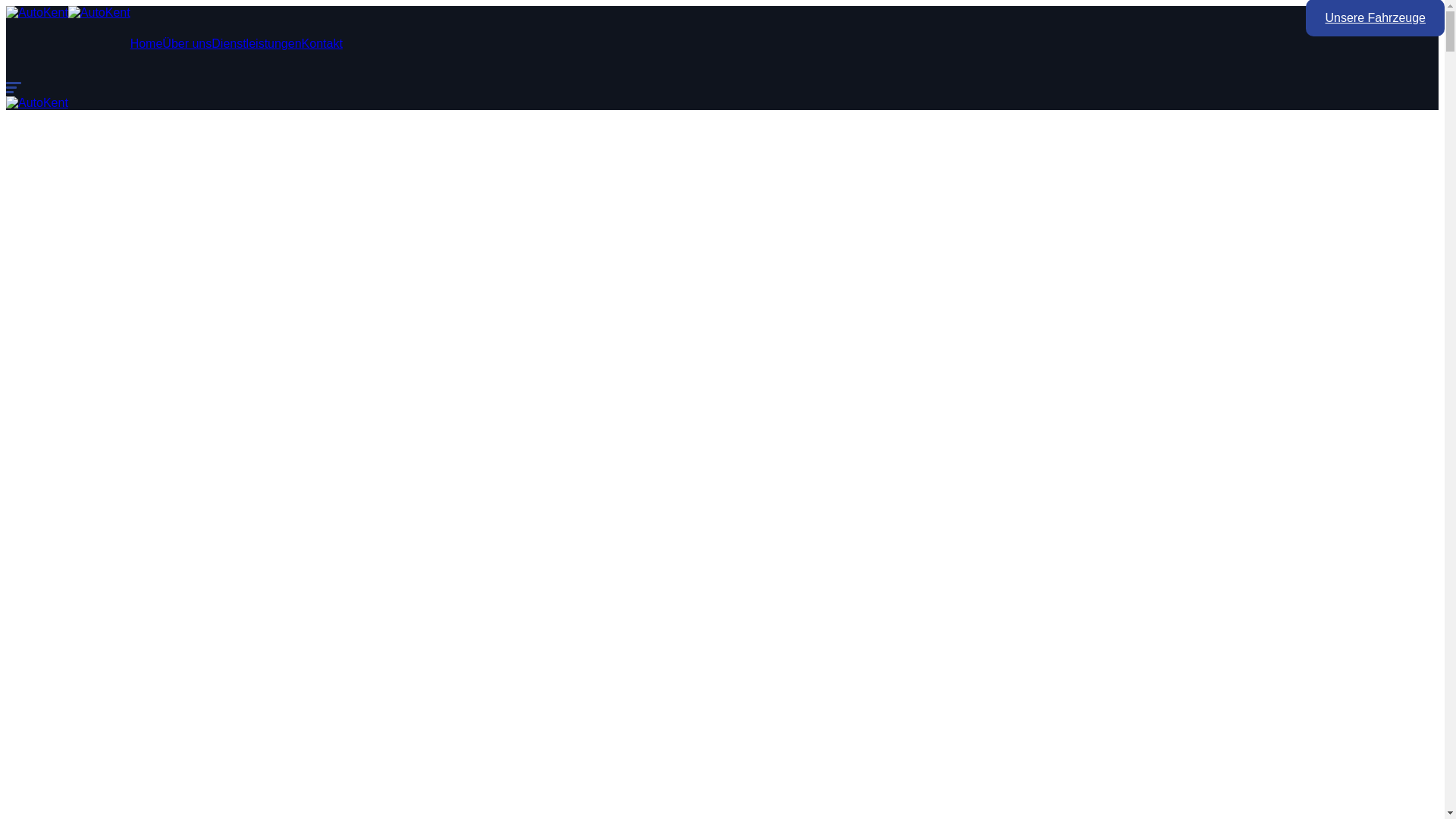 Image resolution: width=1456 pixels, height=819 pixels. I want to click on 'Dienstleistungen', so click(256, 42).